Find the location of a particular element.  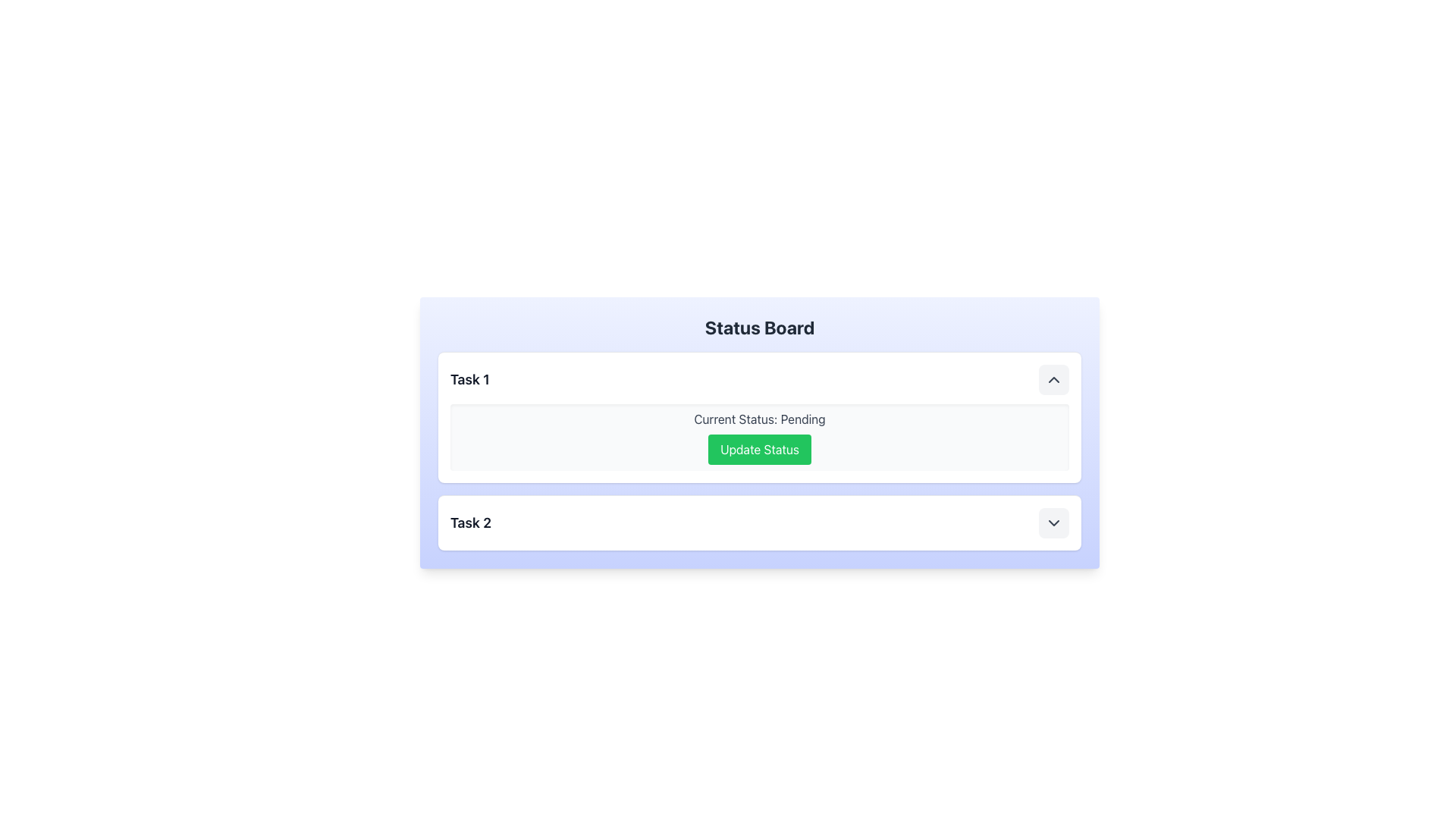

text from the Text Label displaying 'Current Status: Pending' located above the 'Update Status' button in the status update section for 'Task 1' is located at coordinates (760, 419).